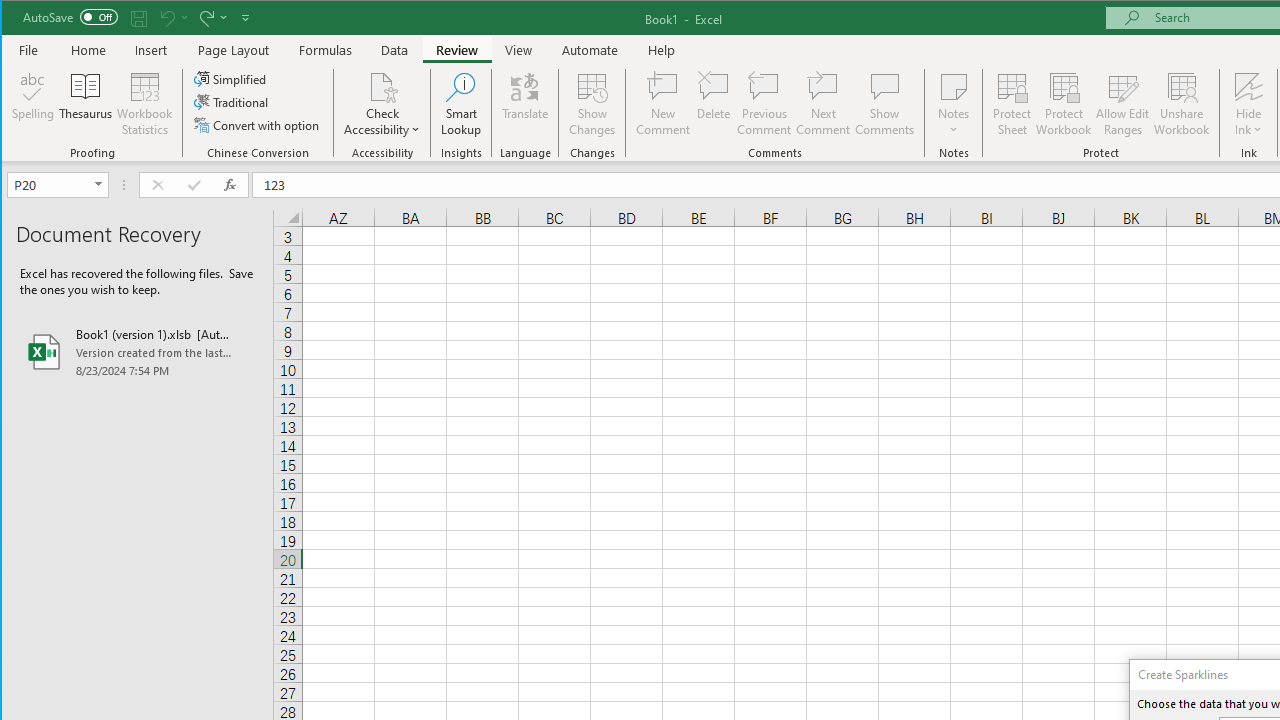 Image resolution: width=1280 pixels, height=720 pixels. I want to click on 'Previous Comment', so click(763, 104).